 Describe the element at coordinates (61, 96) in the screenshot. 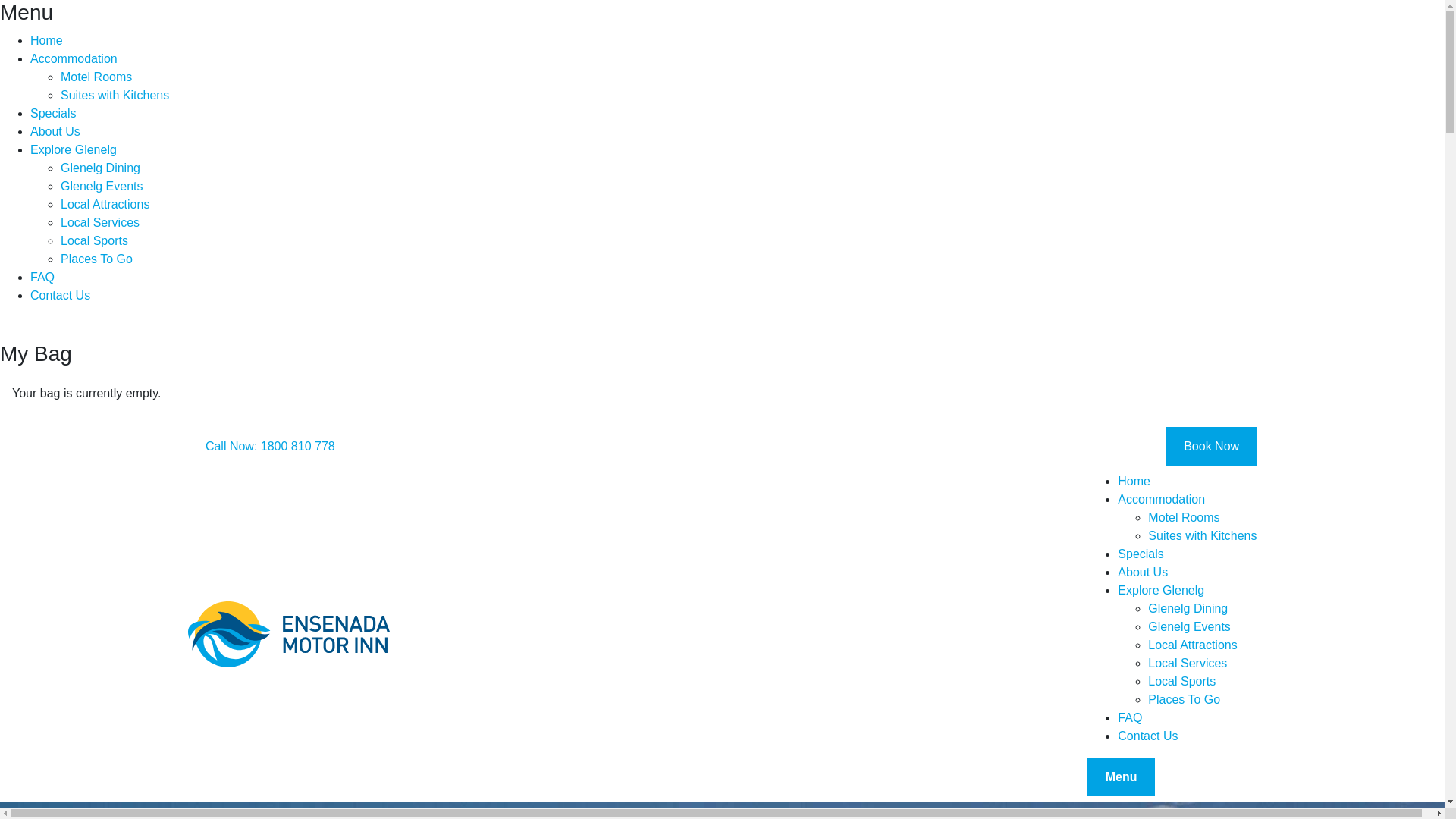

I see `'Suites with Kitchens'` at that location.